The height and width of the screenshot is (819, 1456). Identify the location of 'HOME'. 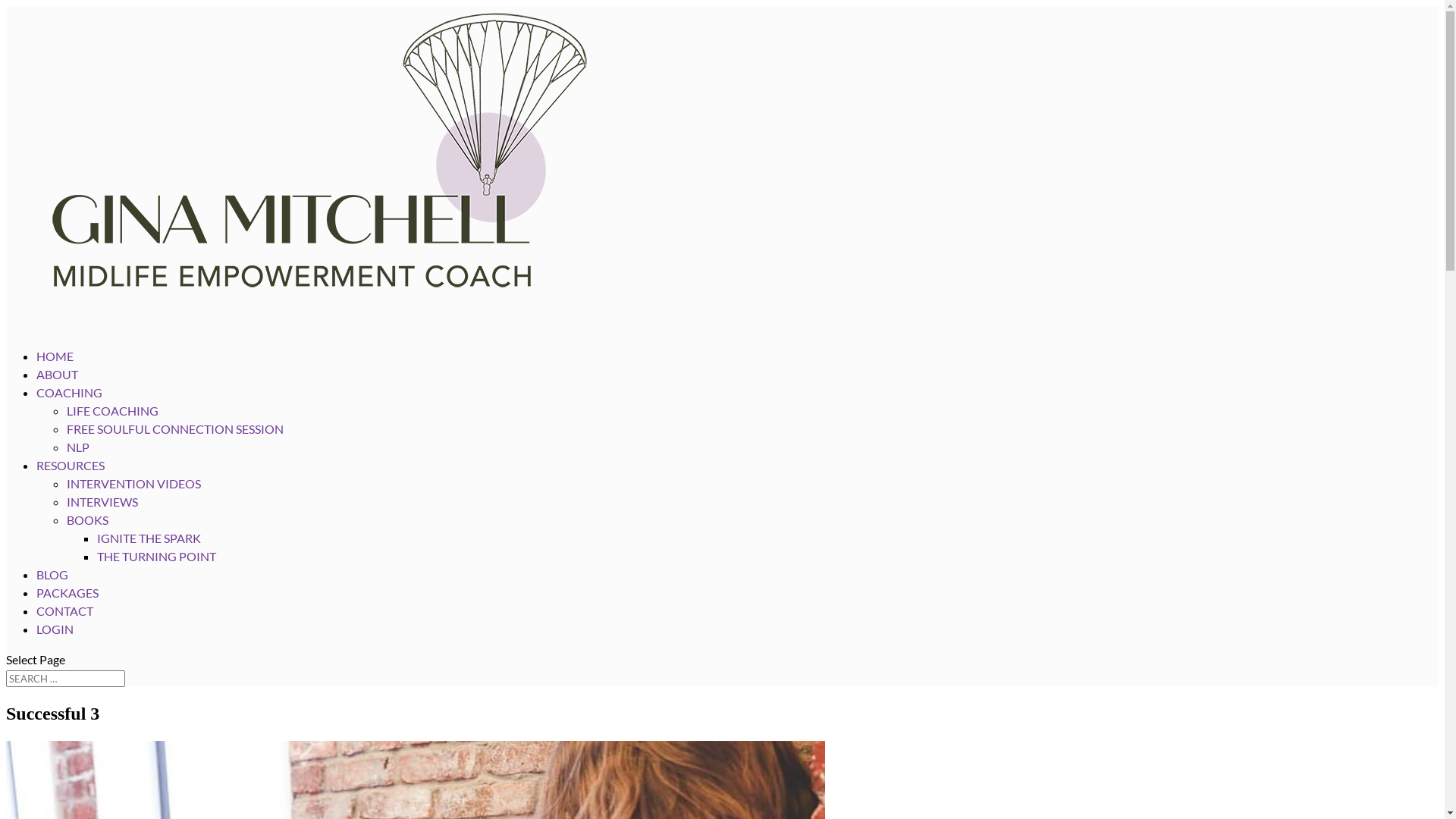
(55, 373).